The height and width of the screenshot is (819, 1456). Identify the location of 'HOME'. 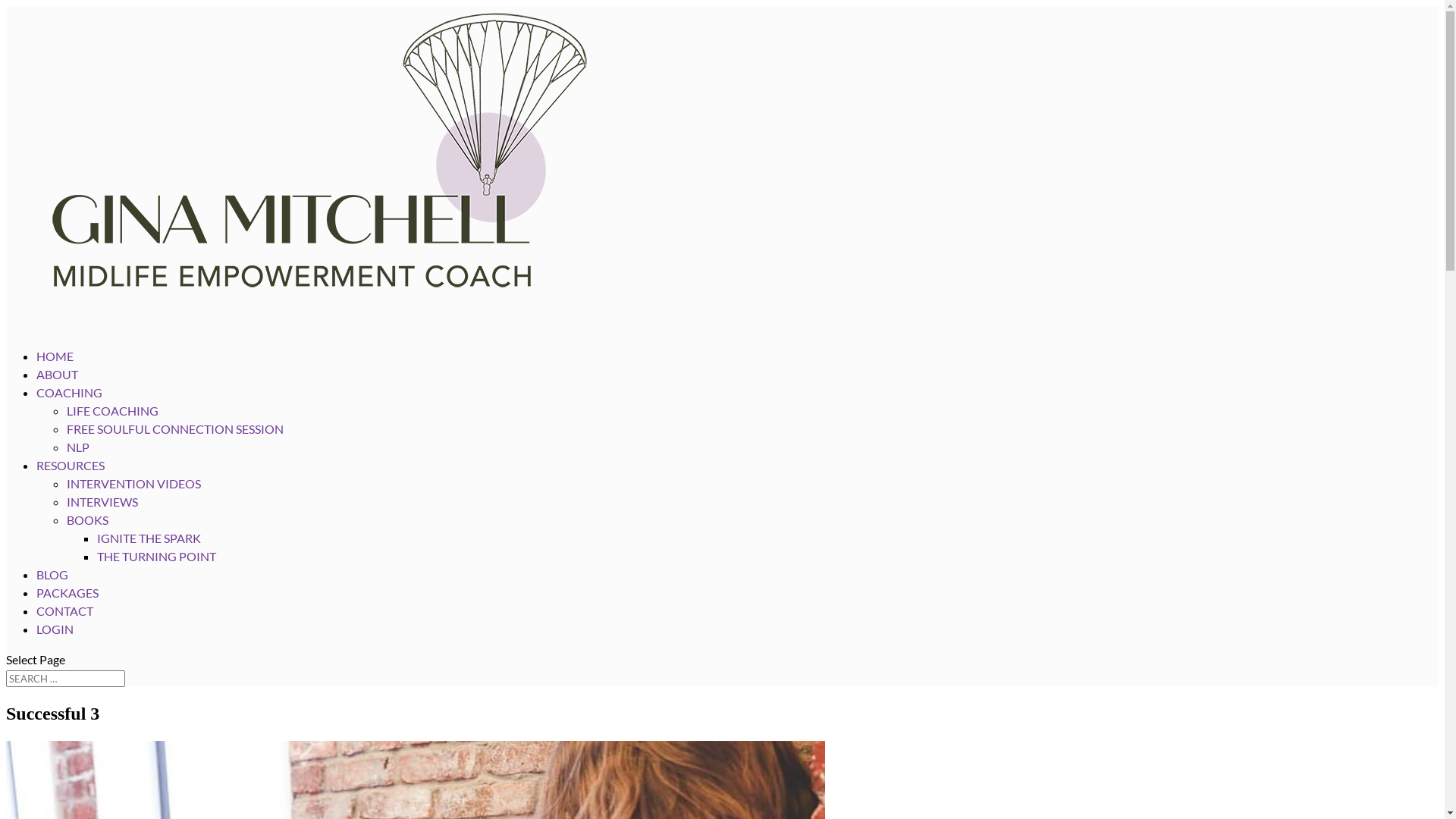
(55, 373).